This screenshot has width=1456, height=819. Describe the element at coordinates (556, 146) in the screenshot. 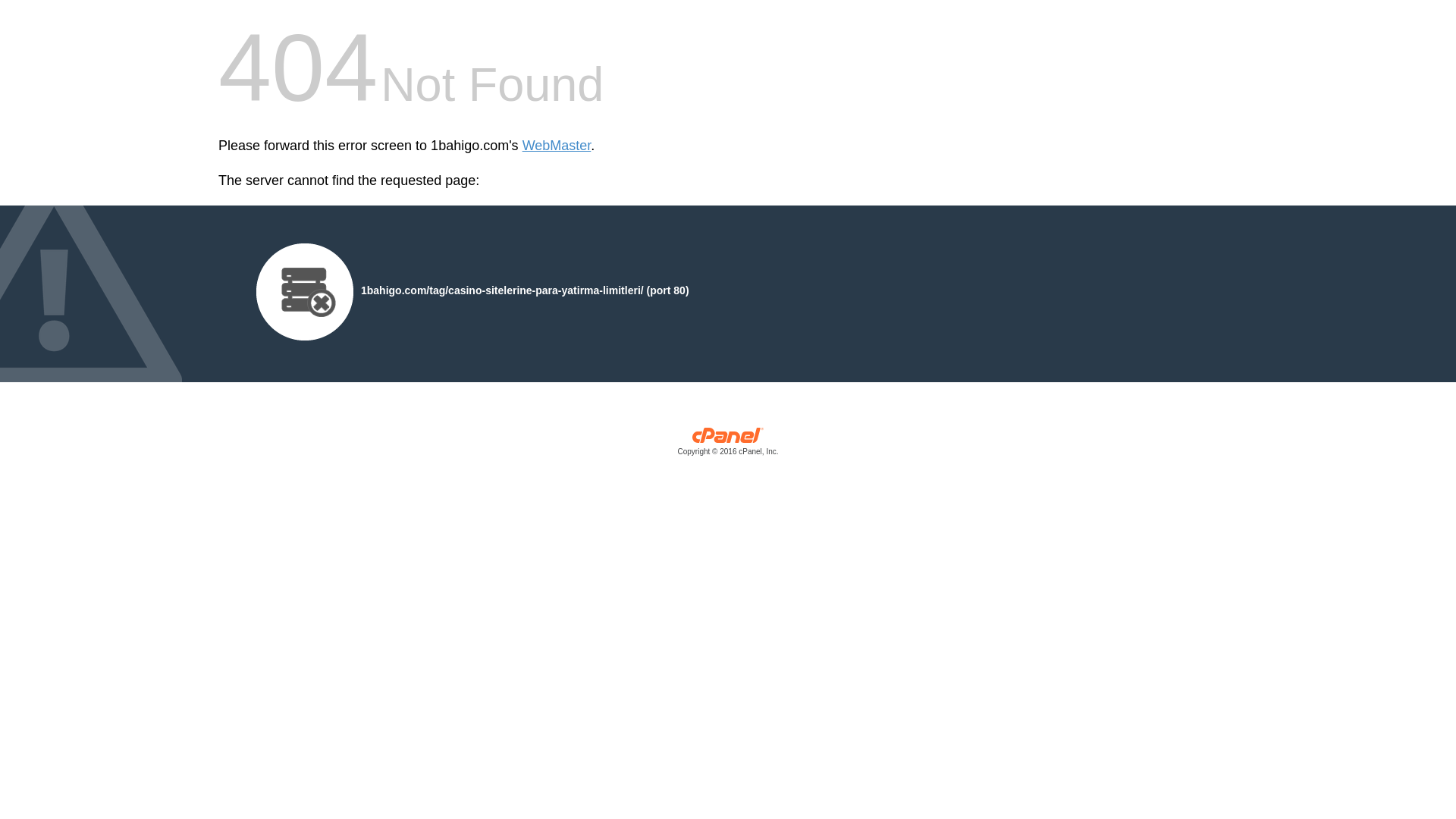

I see `'WebMaster'` at that location.